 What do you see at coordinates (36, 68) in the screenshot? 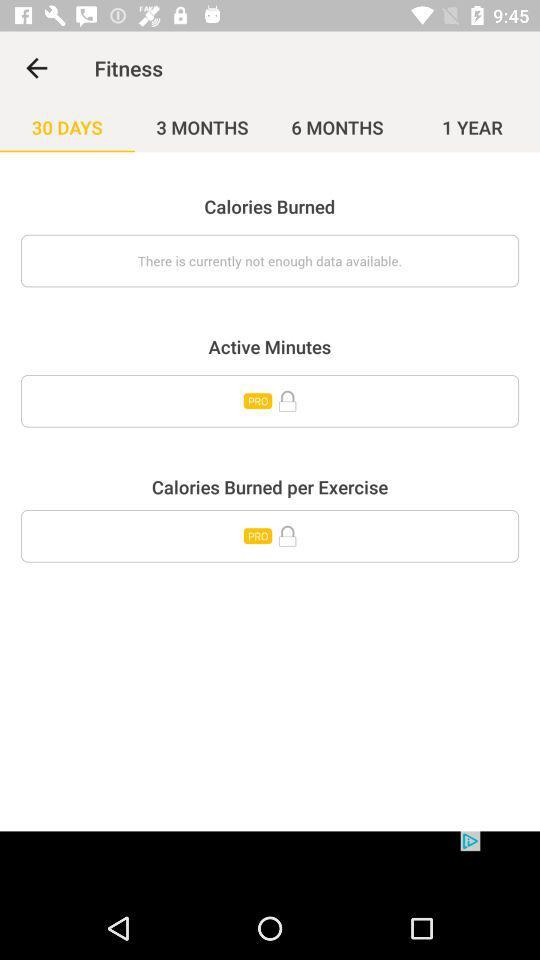
I see `item next to the fitness` at bounding box center [36, 68].